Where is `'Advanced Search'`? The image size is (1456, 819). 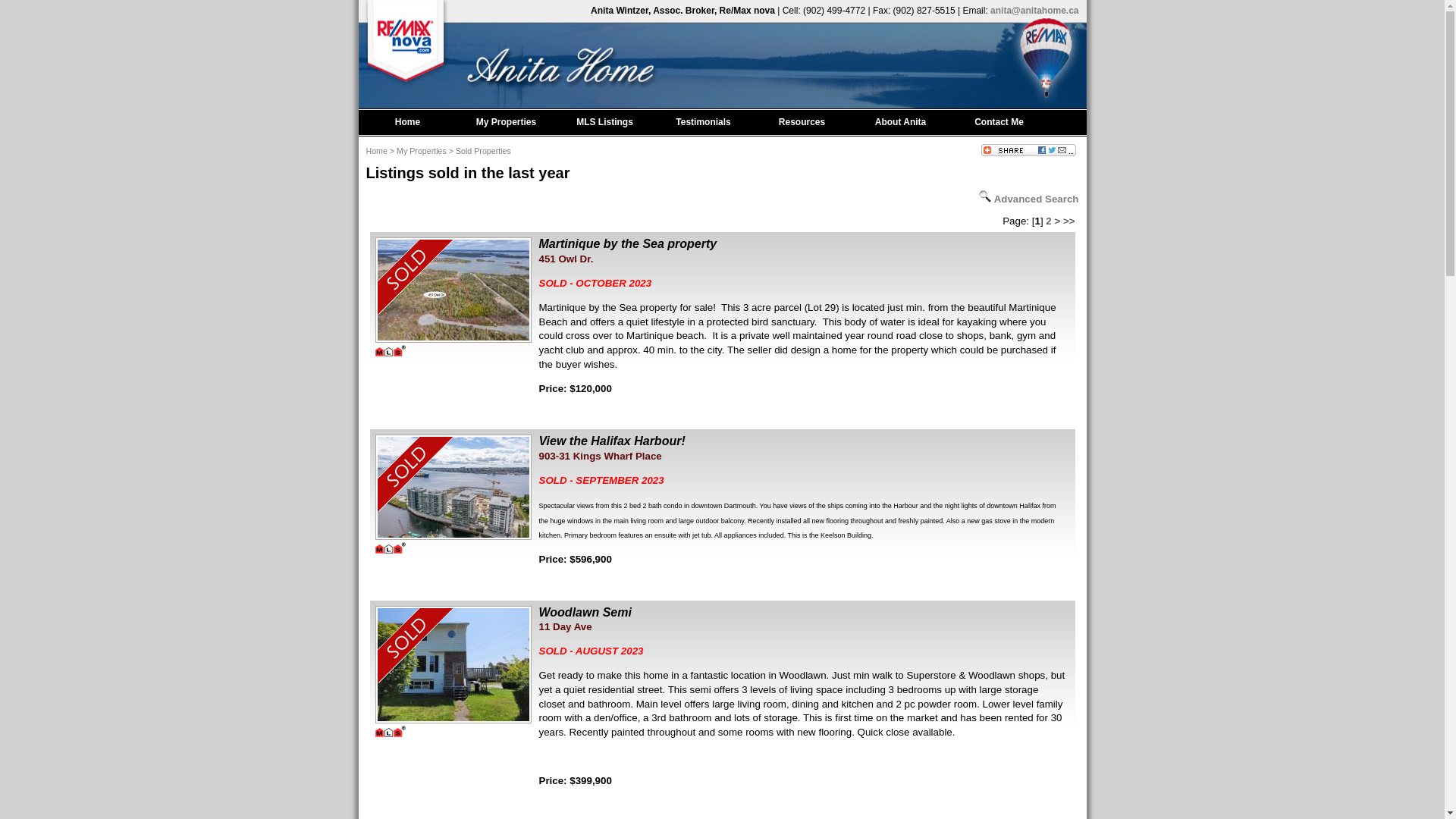 'Advanced Search' is located at coordinates (1028, 198).